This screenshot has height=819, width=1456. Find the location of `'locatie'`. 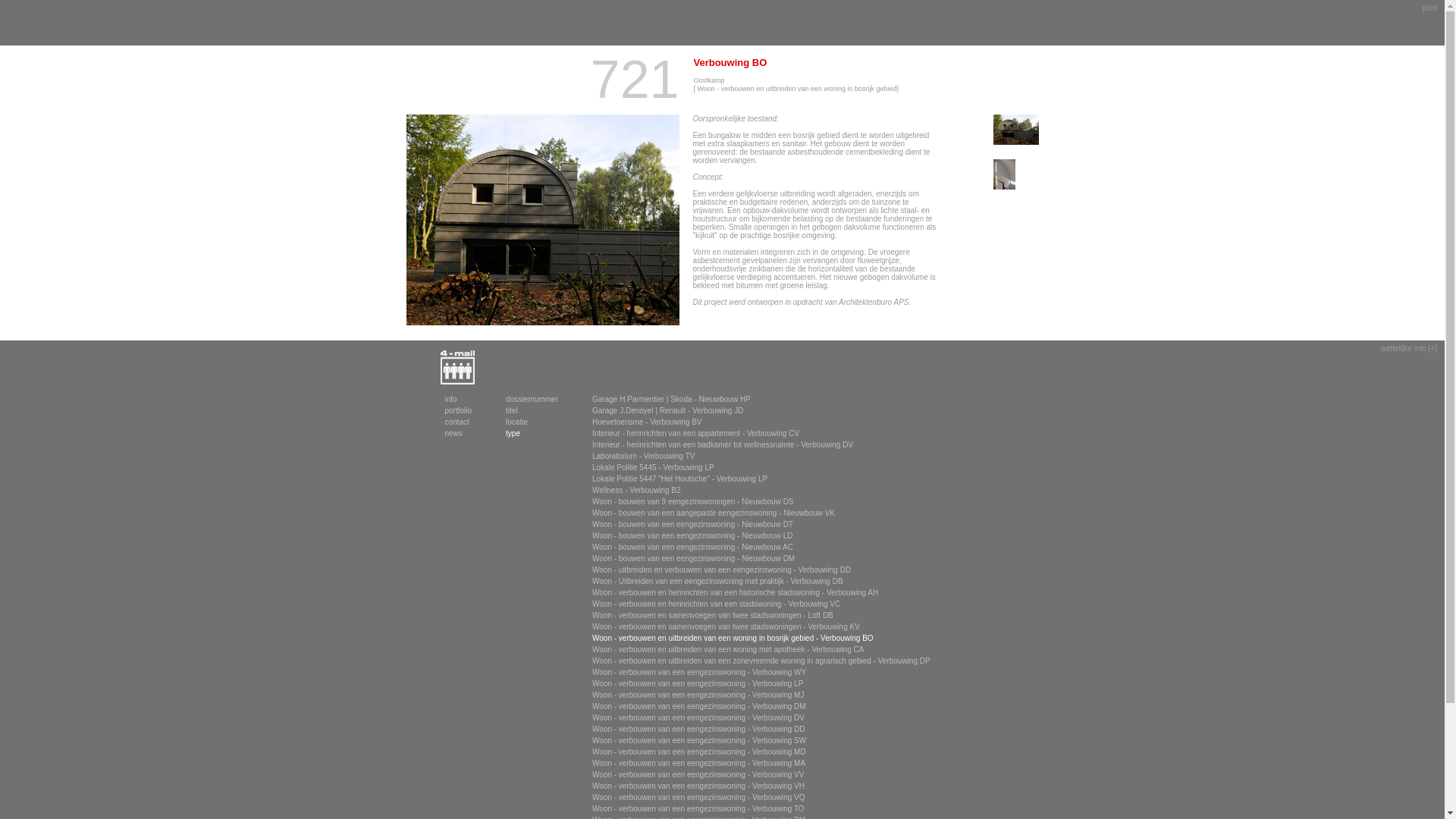

'locatie' is located at coordinates (516, 422).